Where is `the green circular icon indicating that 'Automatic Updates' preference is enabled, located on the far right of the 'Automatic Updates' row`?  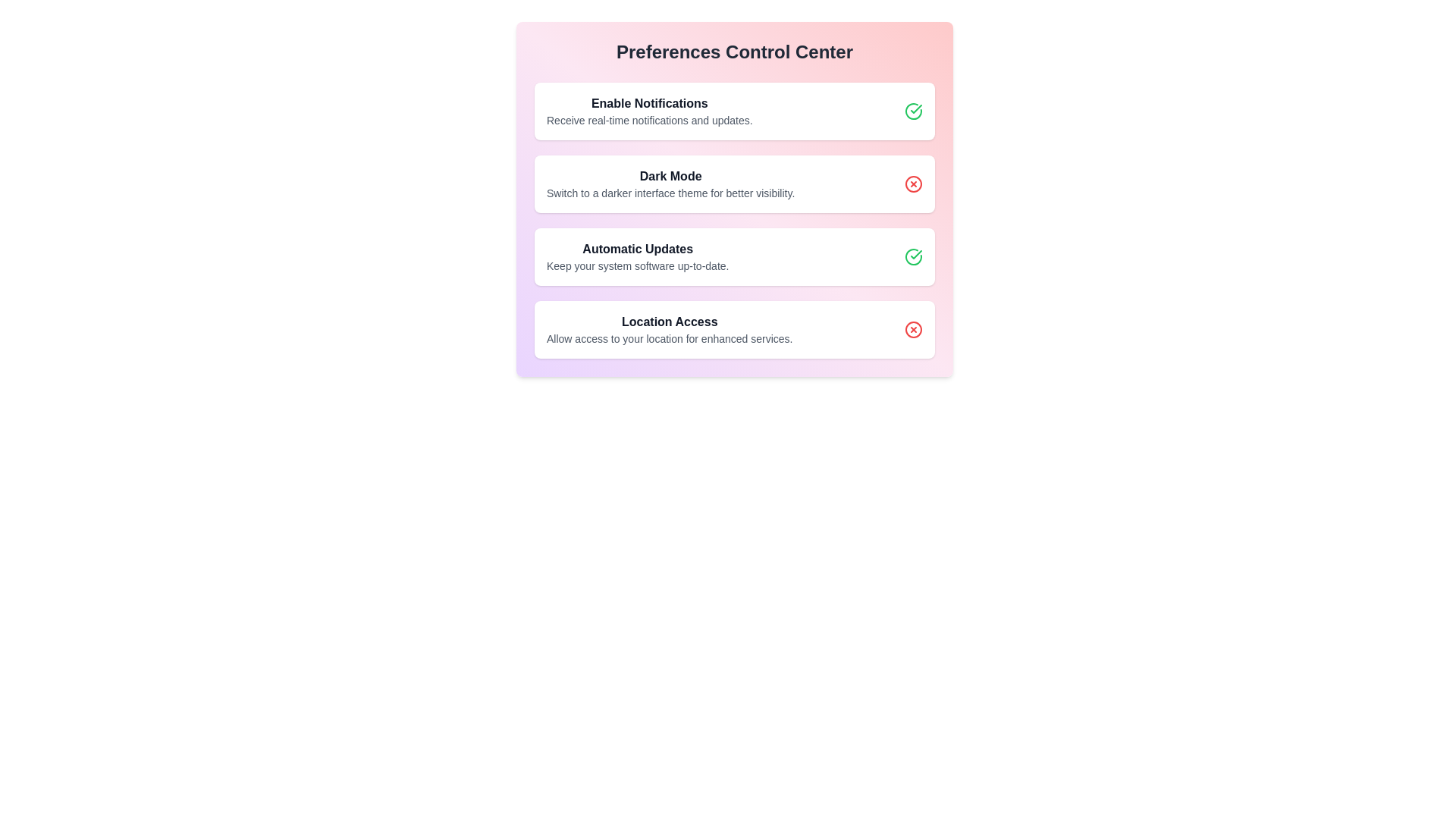 the green circular icon indicating that 'Automatic Updates' preference is enabled, located on the far right of the 'Automatic Updates' row is located at coordinates (915, 108).